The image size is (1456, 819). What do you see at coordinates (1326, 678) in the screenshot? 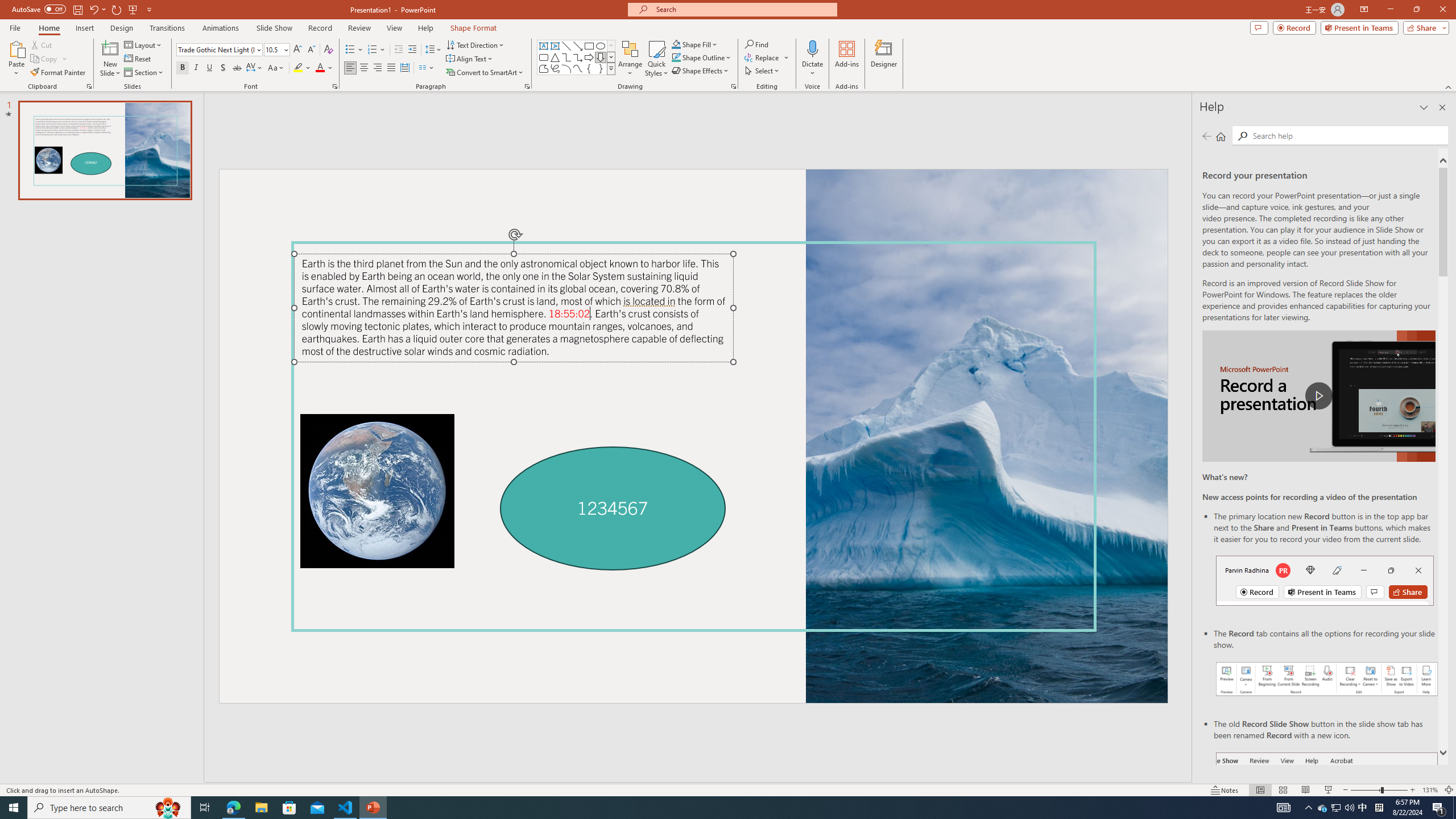
I see `'Record your presentations screenshot one'` at bounding box center [1326, 678].